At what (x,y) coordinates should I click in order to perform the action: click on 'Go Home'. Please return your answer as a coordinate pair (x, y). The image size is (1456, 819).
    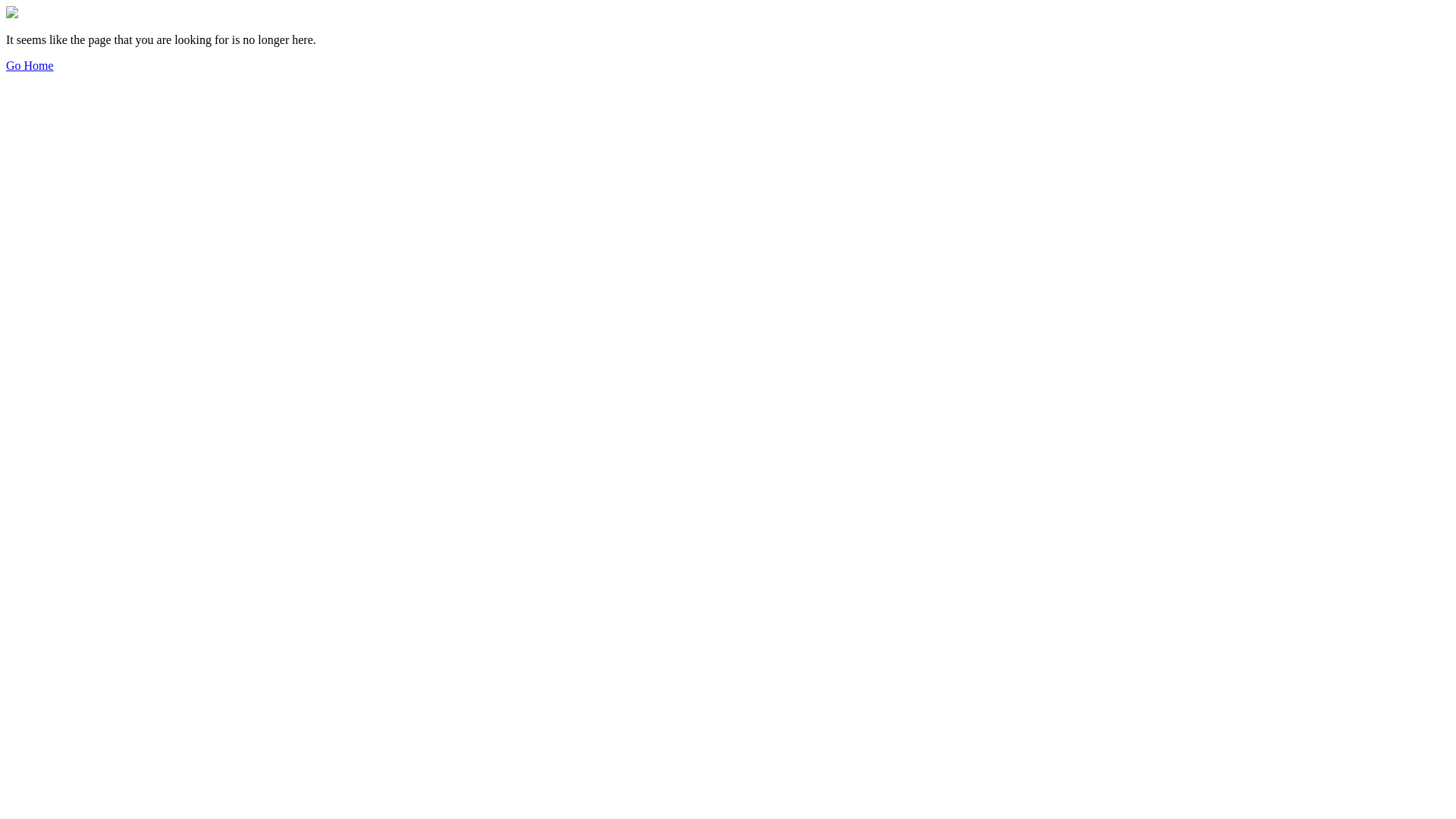
    Looking at the image, I should click on (30, 64).